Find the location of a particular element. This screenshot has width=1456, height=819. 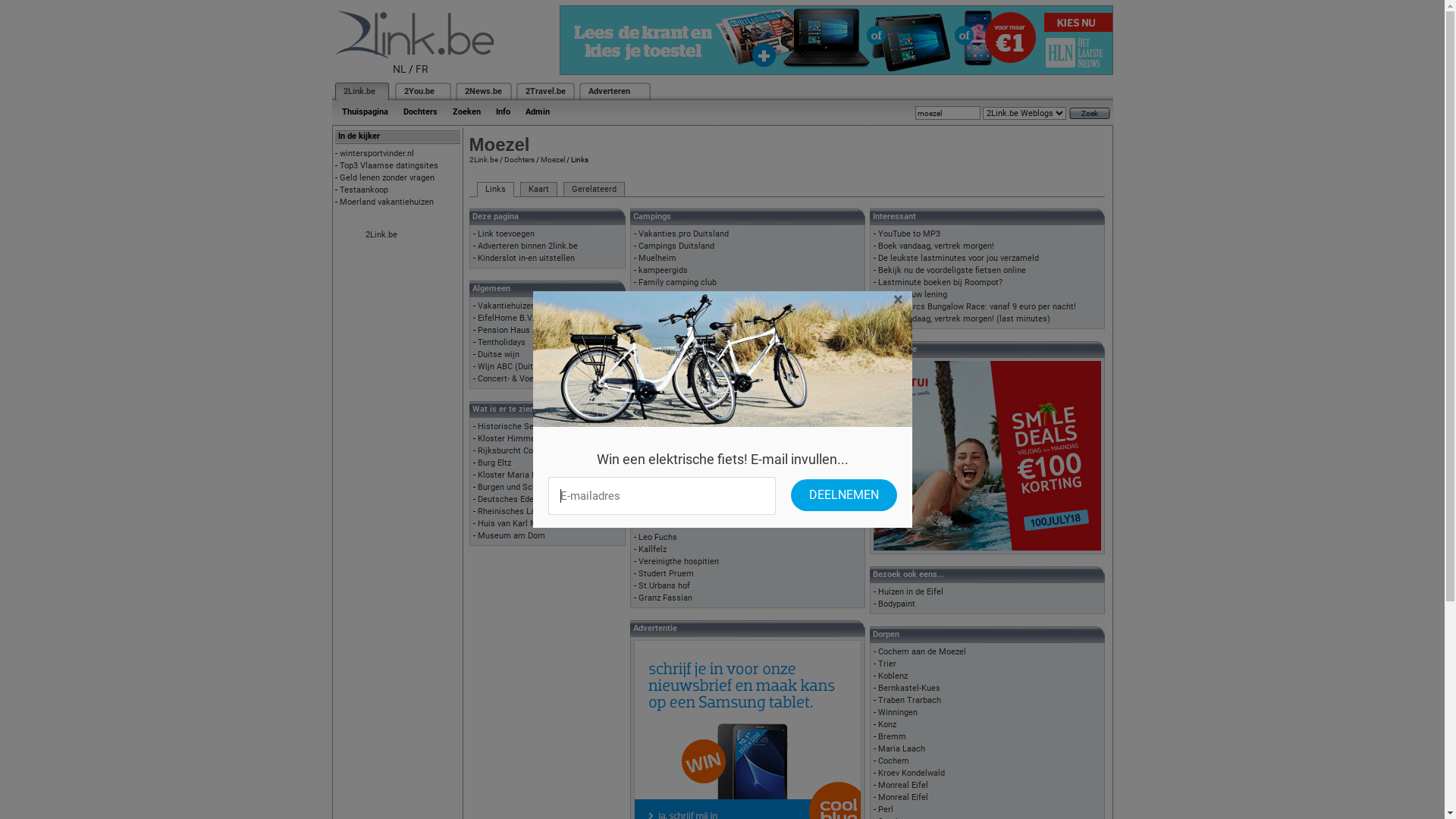

'Rheinisches Landesmuseum' is located at coordinates (532, 511).